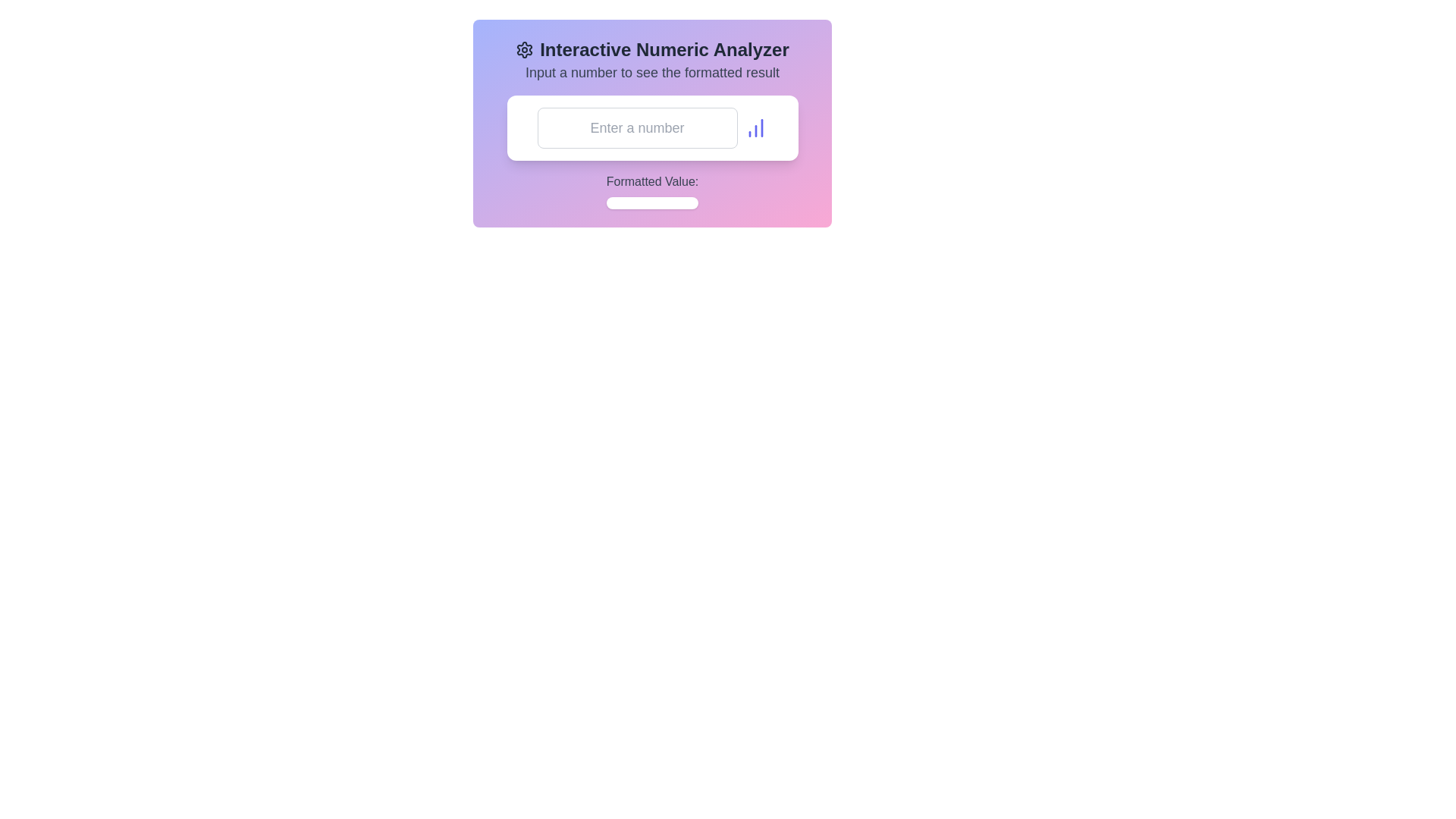 The height and width of the screenshot is (819, 1456). What do you see at coordinates (525, 49) in the screenshot?
I see `the gear icon, which is styled as an SVG representation and is located near the top of the interface to the left of the title text 'Interactive Numeric Analyzer'` at bounding box center [525, 49].